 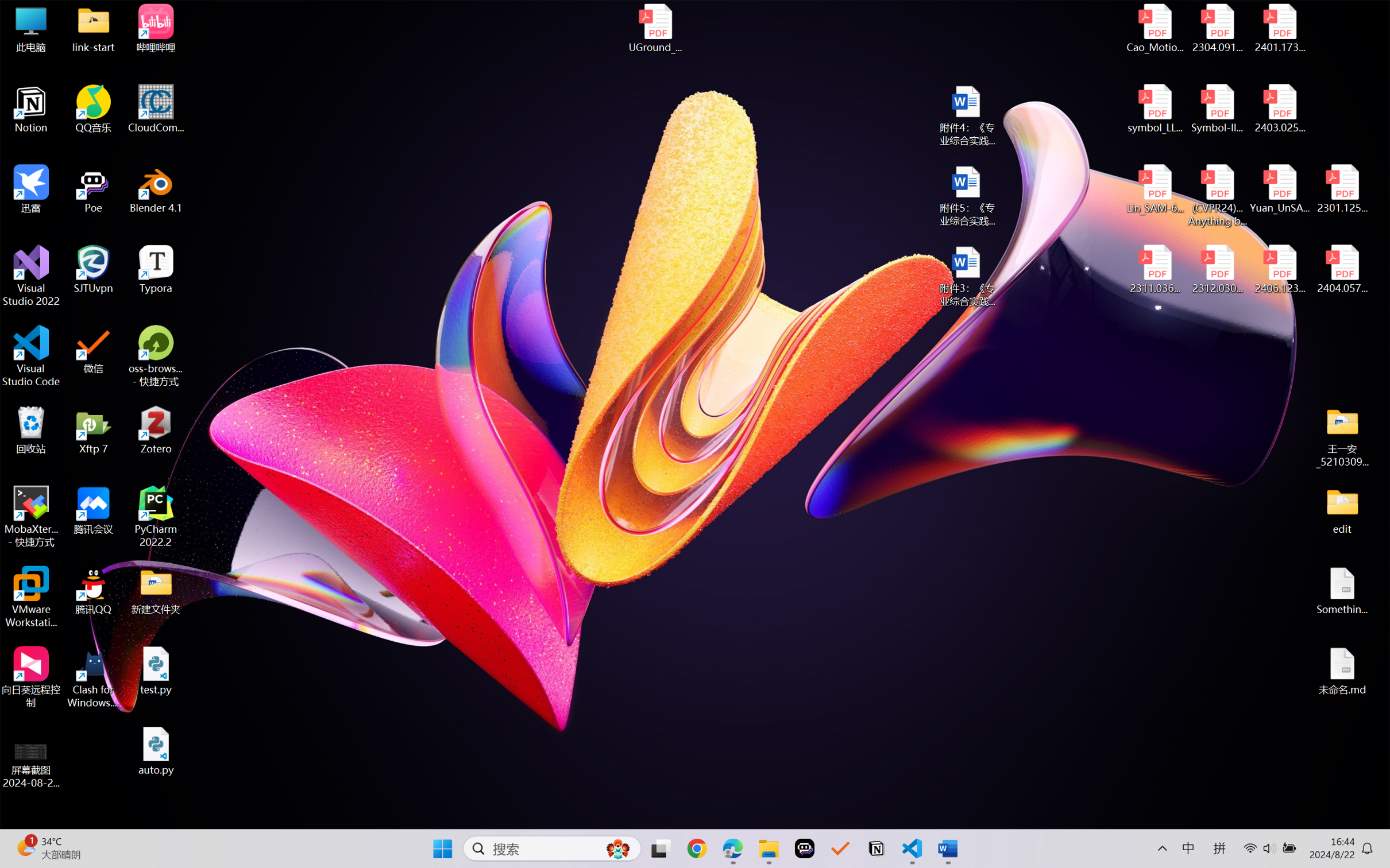 What do you see at coordinates (1217, 109) in the screenshot?
I see `'Symbol-llm-v2.pdf'` at bounding box center [1217, 109].